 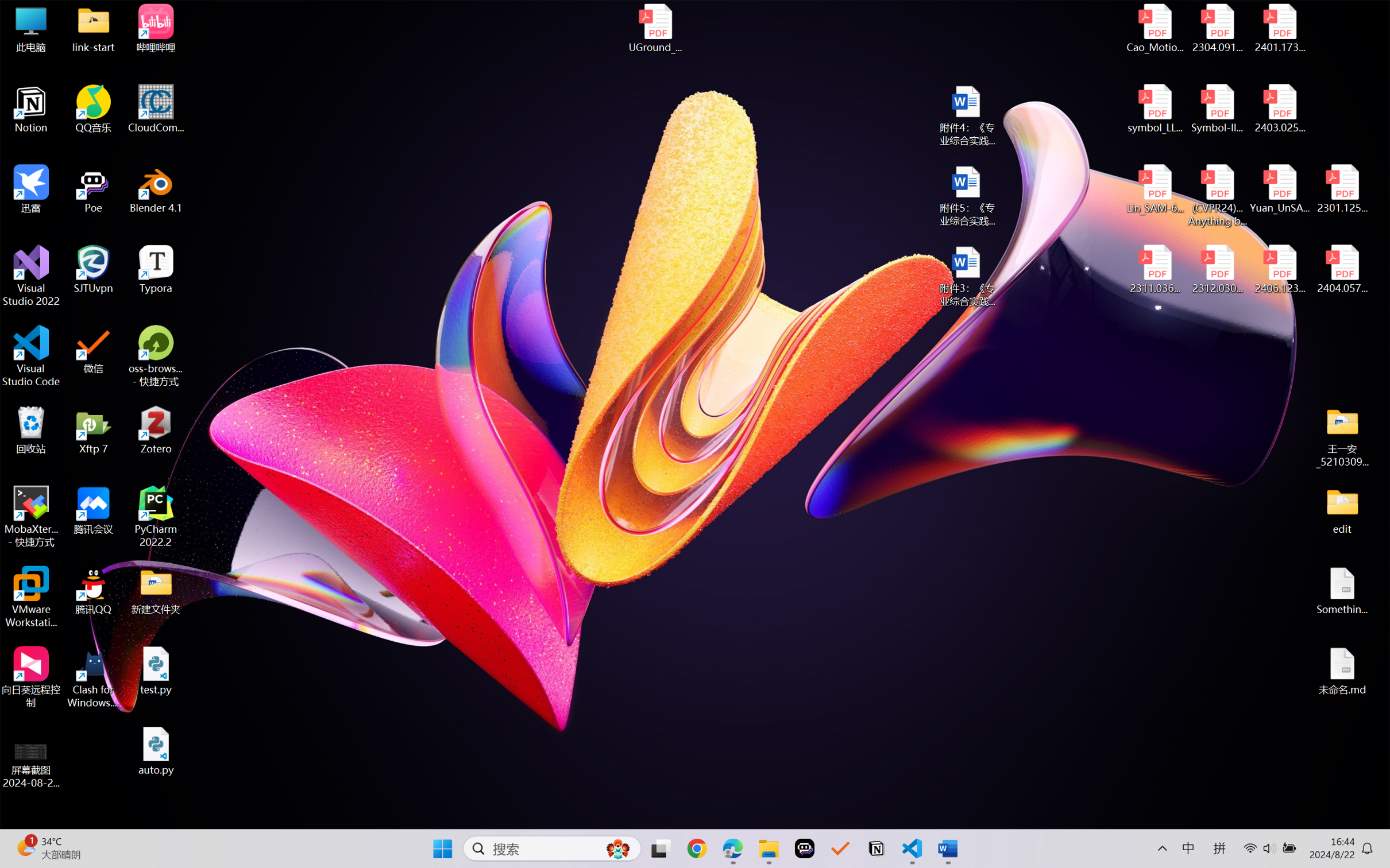 What do you see at coordinates (1217, 109) in the screenshot?
I see `'Symbol-llm-v2.pdf'` at bounding box center [1217, 109].